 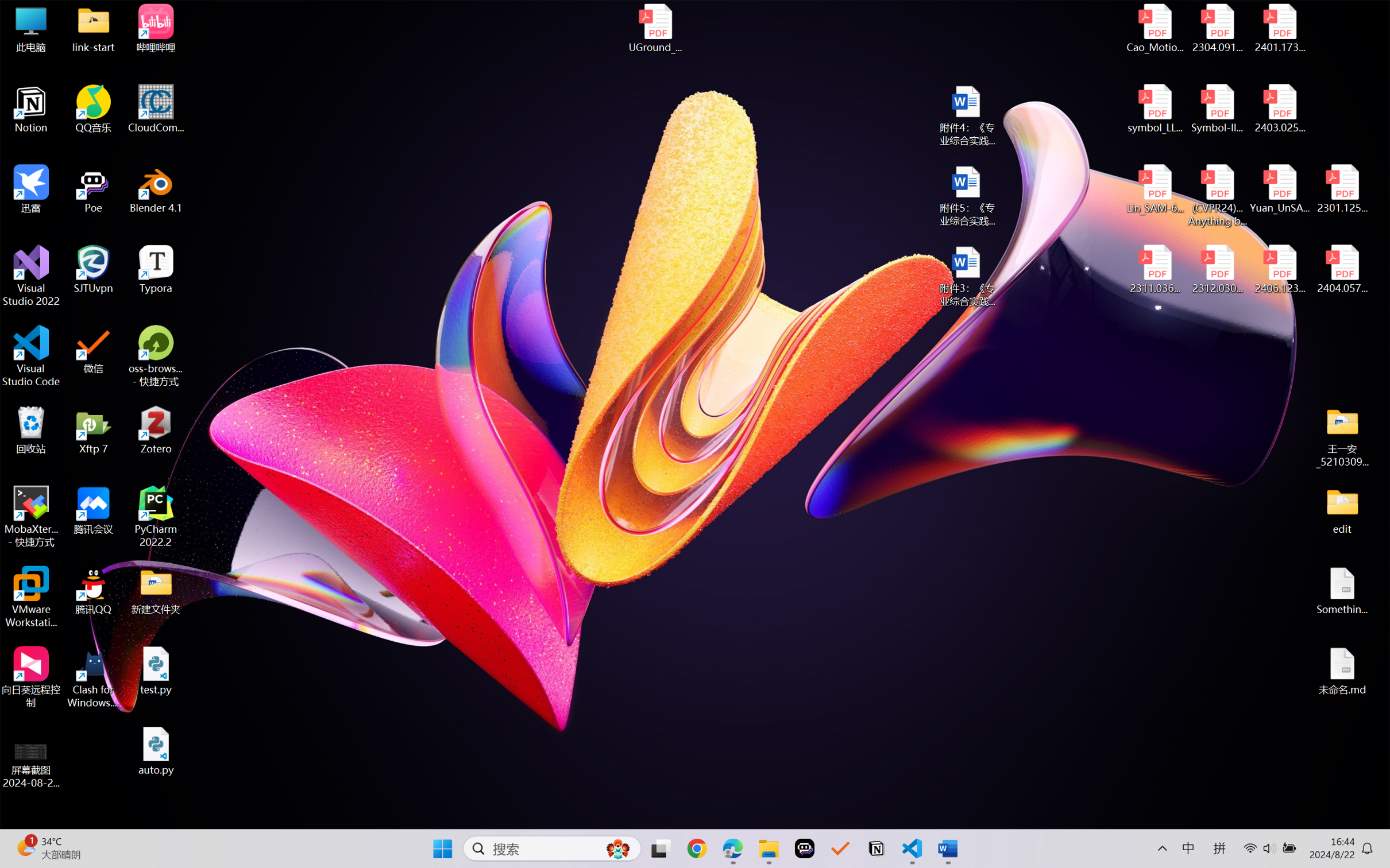 What do you see at coordinates (1217, 109) in the screenshot?
I see `'Symbol-llm-v2.pdf'` at bounding box center [1217, 109].